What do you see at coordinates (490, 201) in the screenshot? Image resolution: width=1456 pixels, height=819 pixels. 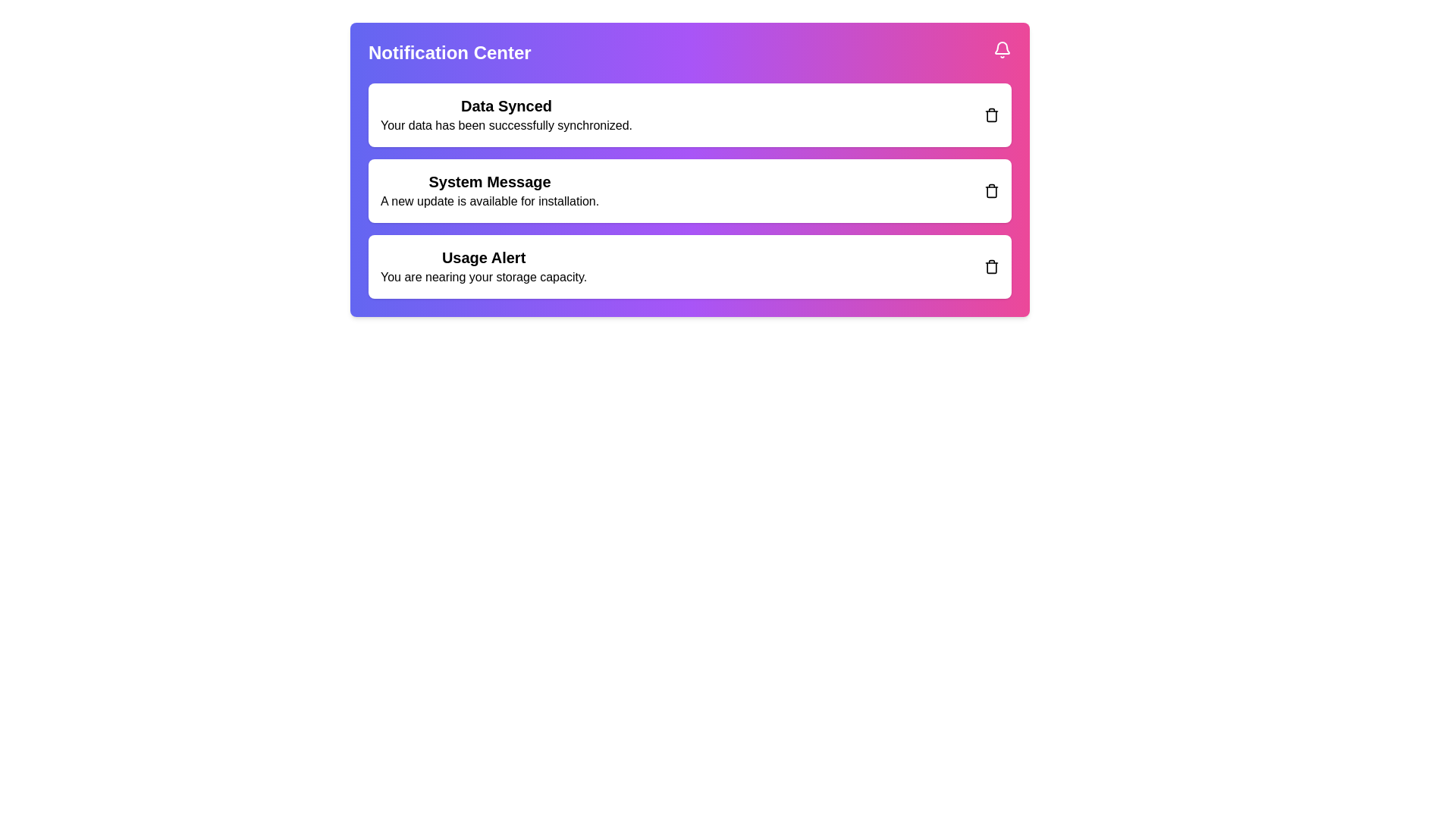 I see `the static text element that reads 'A new update is available for installation.' which is located below the main title 'System Message' within a notification card in the Notification Center panel` at bounding box center [490, 201].